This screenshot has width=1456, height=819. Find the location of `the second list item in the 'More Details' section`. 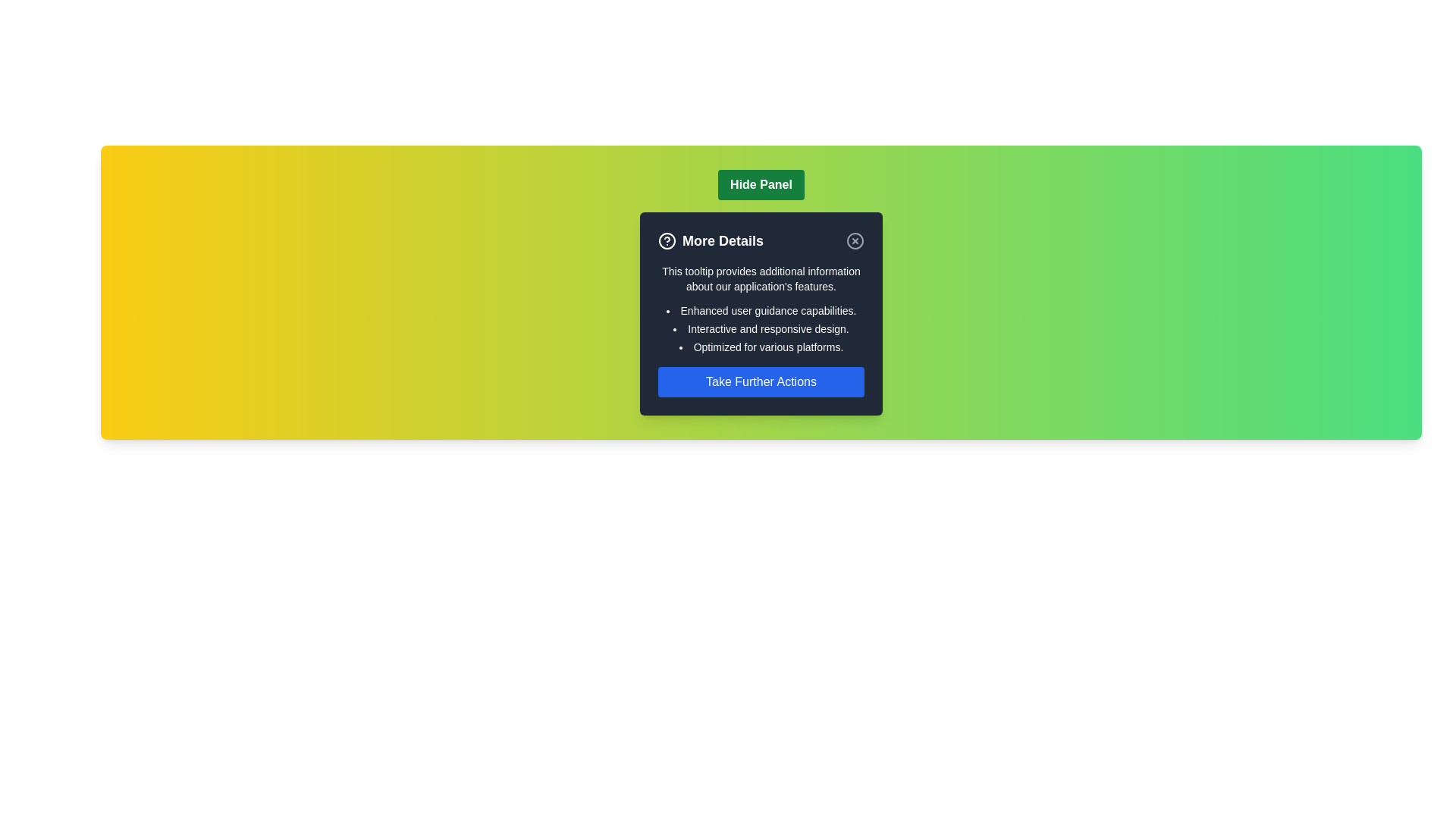

the second list item in the 'More Details' section is located at coordinates (761, 328).